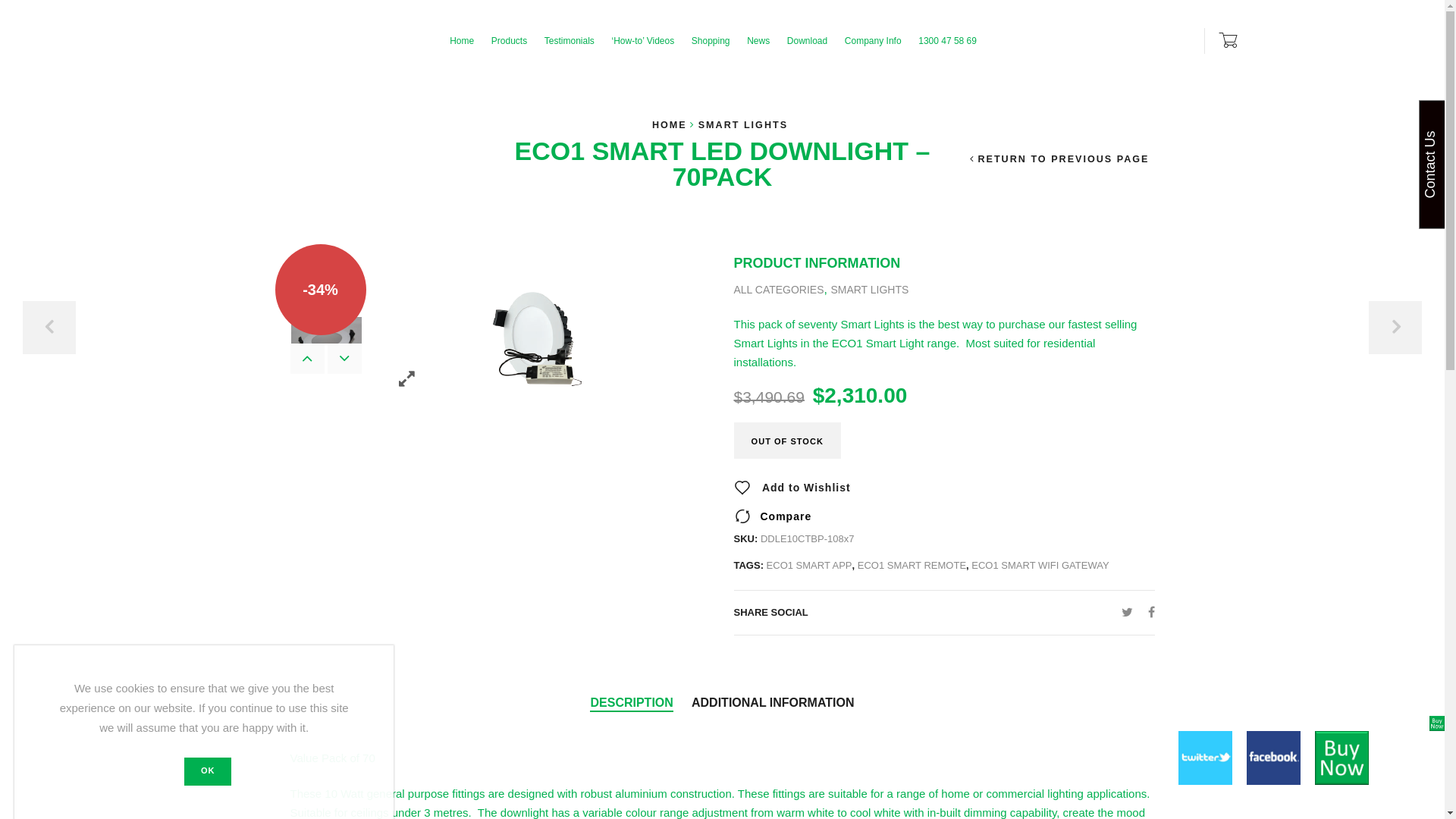 The image size is (1456, 819). What do you see at coordinates (971, 565) in the screenshot?
I see `'ECO1 SMART WIFI GATEWAY'` at bounding box center [971, 565].